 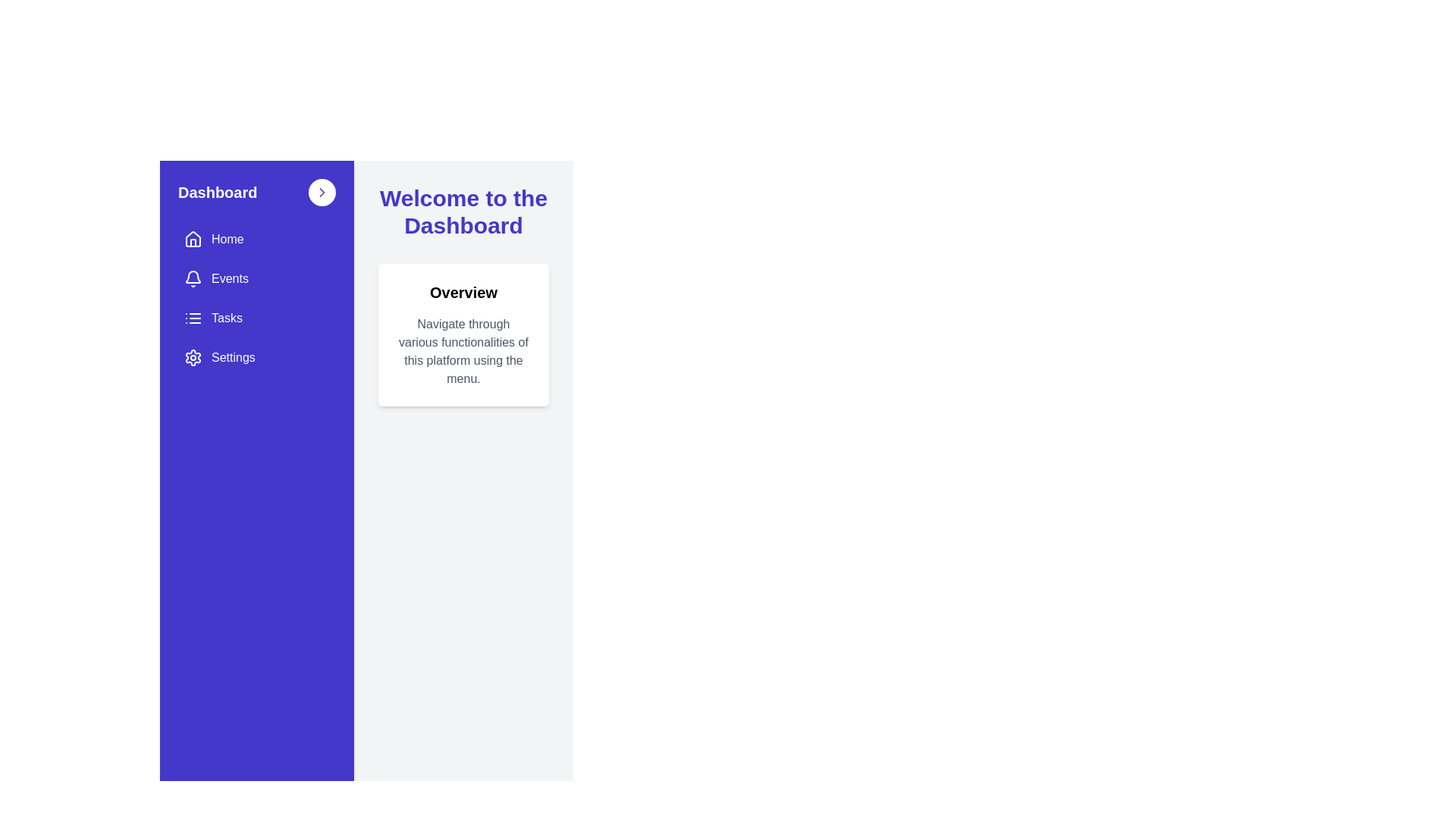 I want to click on the decorative icon associated with the 'Tasks' menu item located in the vertical sidebar on the left side of the layout, so click(x=192, y=318).